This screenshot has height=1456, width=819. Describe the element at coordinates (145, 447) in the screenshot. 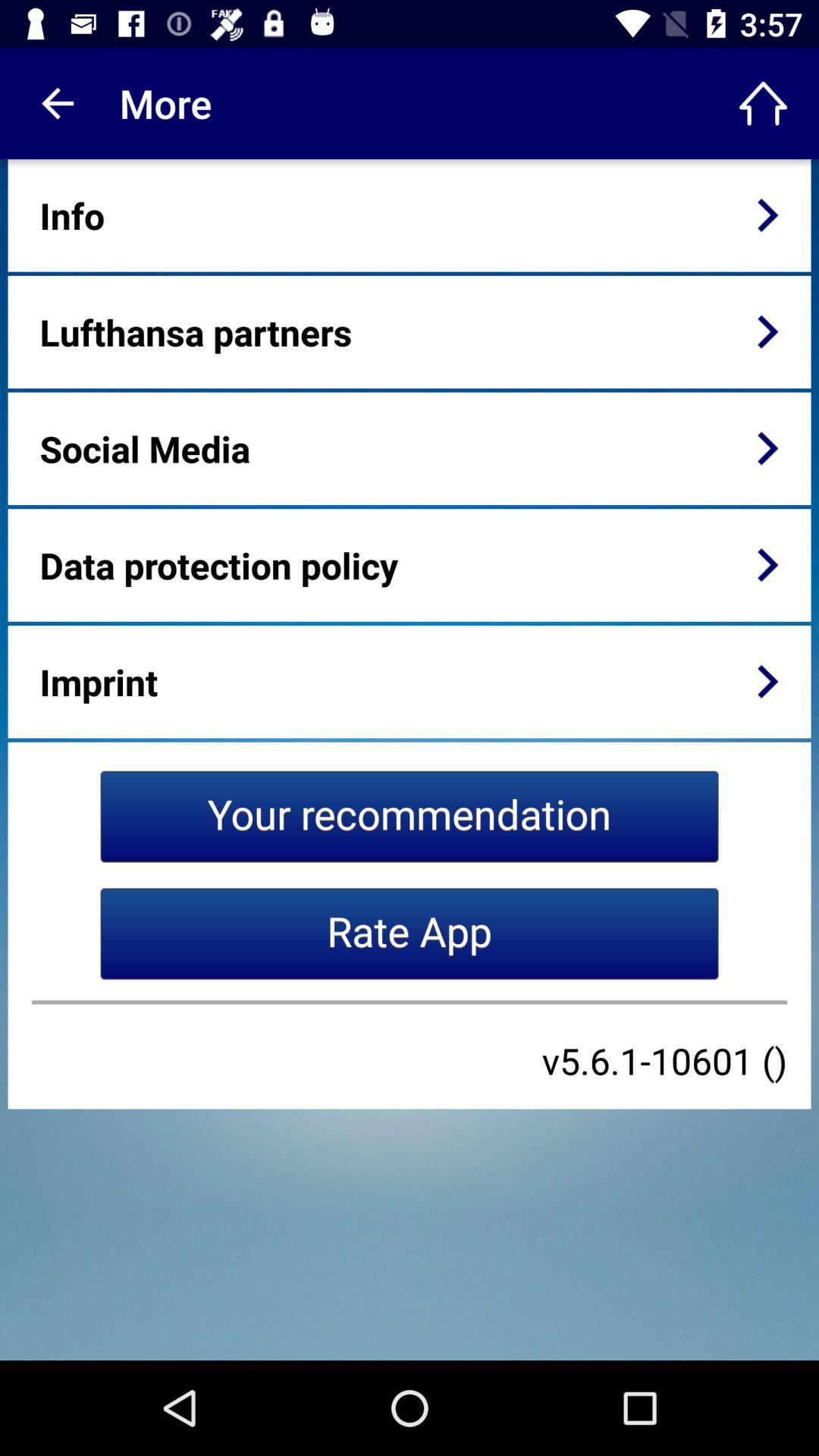

I see `social media icon` at that location.